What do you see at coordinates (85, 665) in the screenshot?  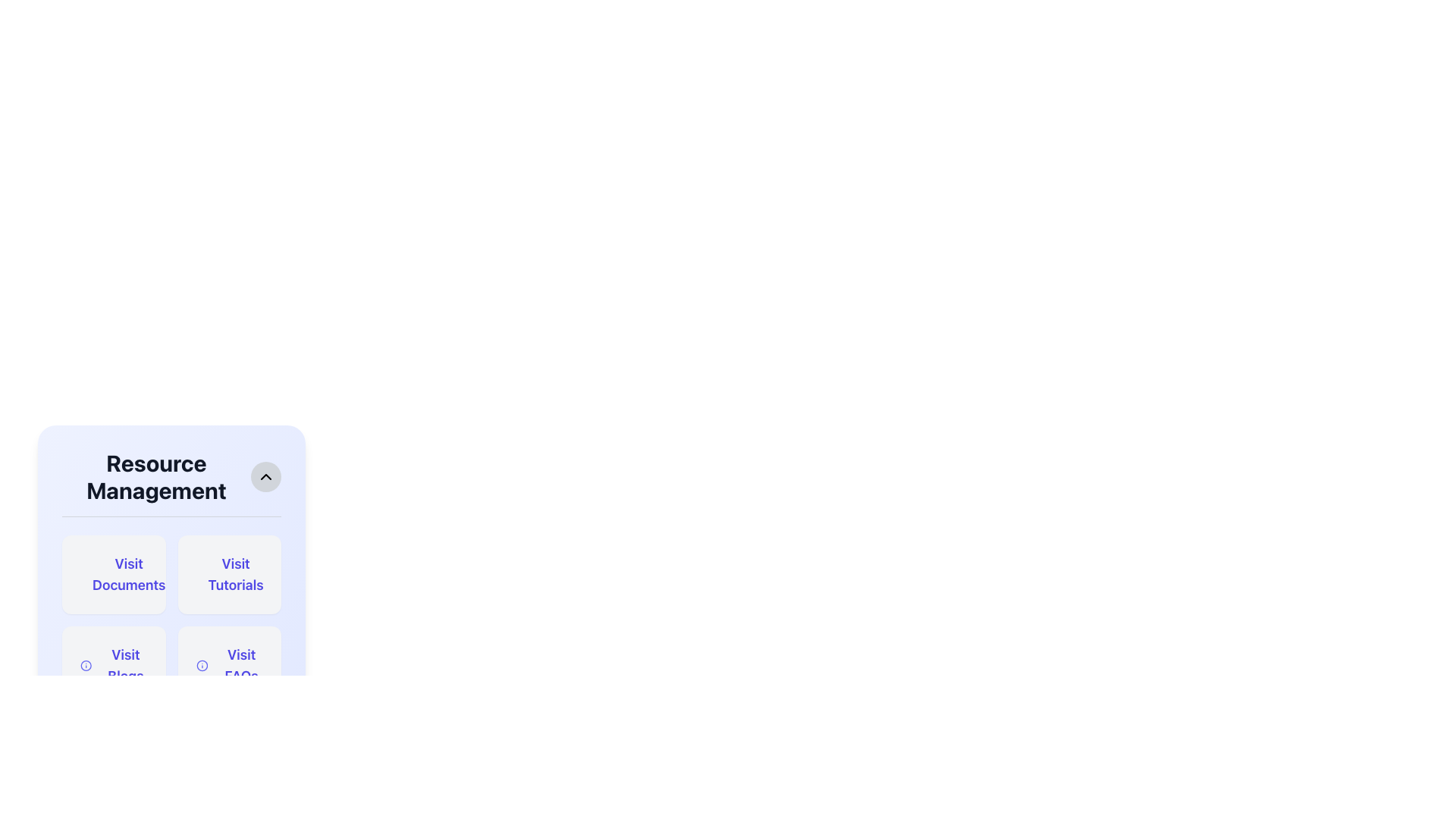 I see `the decorative vector graphic circle that represents an 'info' or 'help' icon, located near the 'Visit FAQs' text in the 'Resource Management' menu card` at bounding box center [85, 665].